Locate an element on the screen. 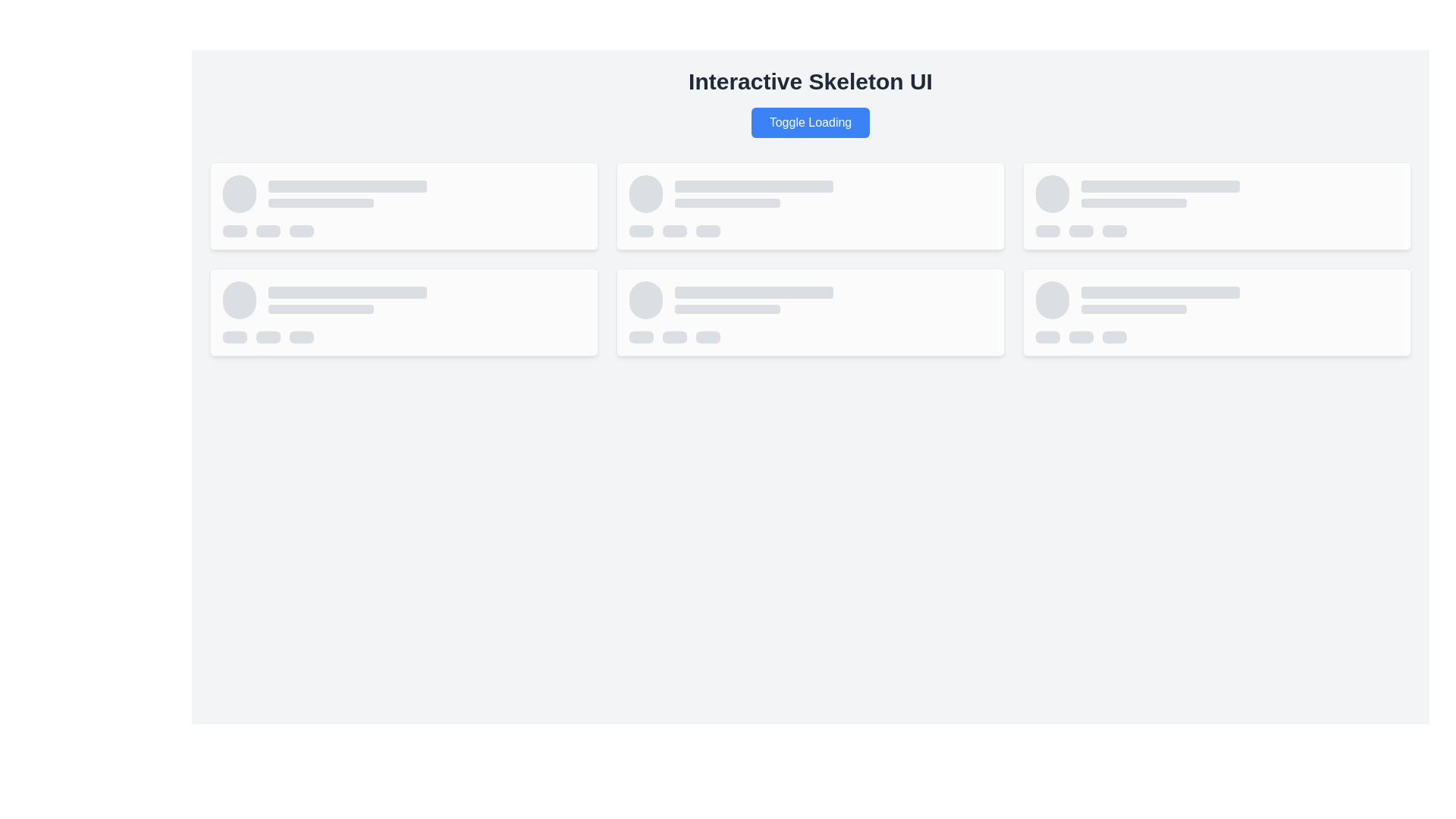 This screenshot has width=1456, height=819. the first skeleton or placeholder element in the vertical stack located in the lower portion of the middle card in the second row of the grid layout is located at coordinates (754, 292).